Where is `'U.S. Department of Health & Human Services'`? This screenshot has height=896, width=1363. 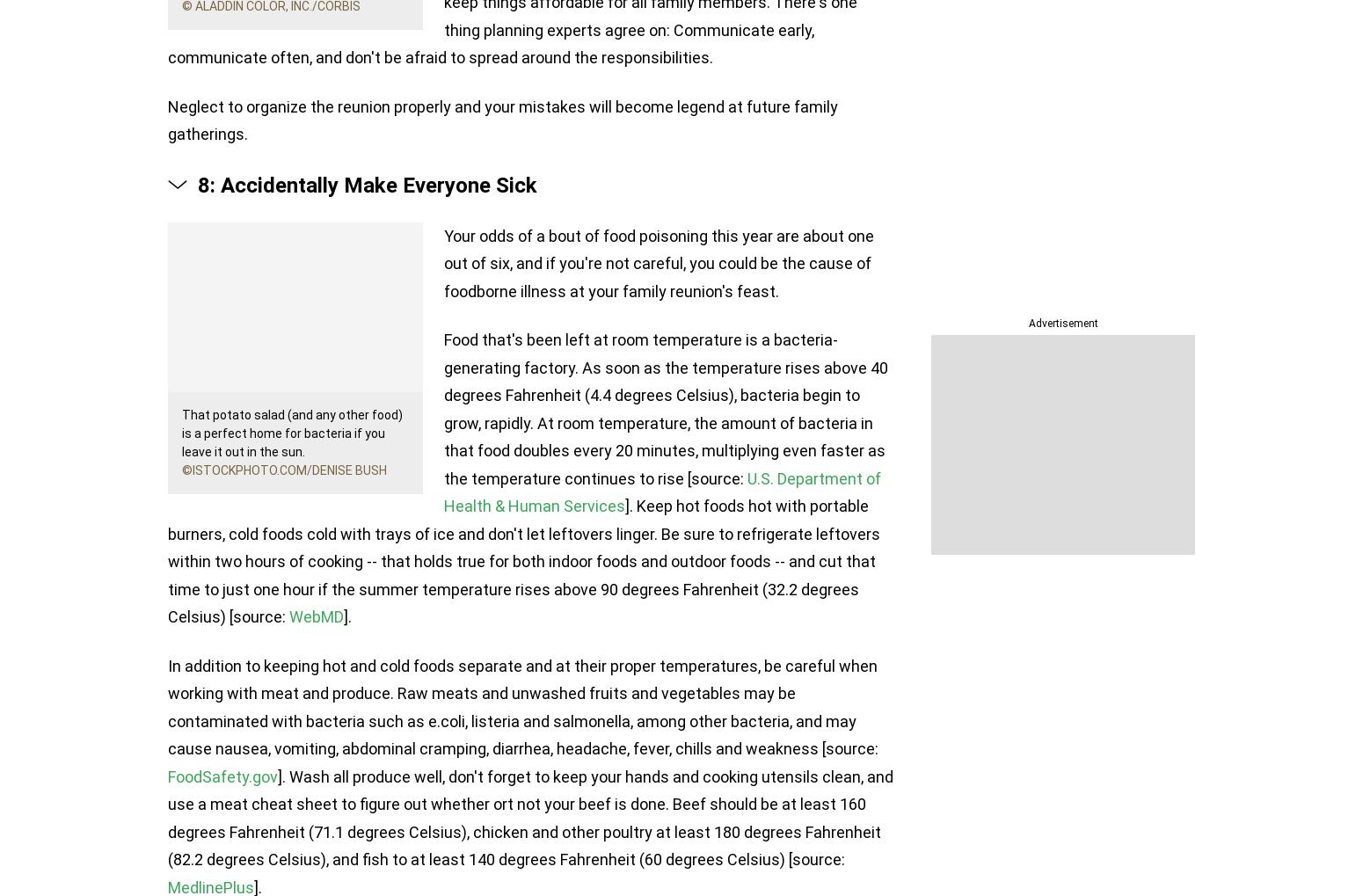 'U.S. Department of Health & Human Services' is located at coordinates (662, 491).